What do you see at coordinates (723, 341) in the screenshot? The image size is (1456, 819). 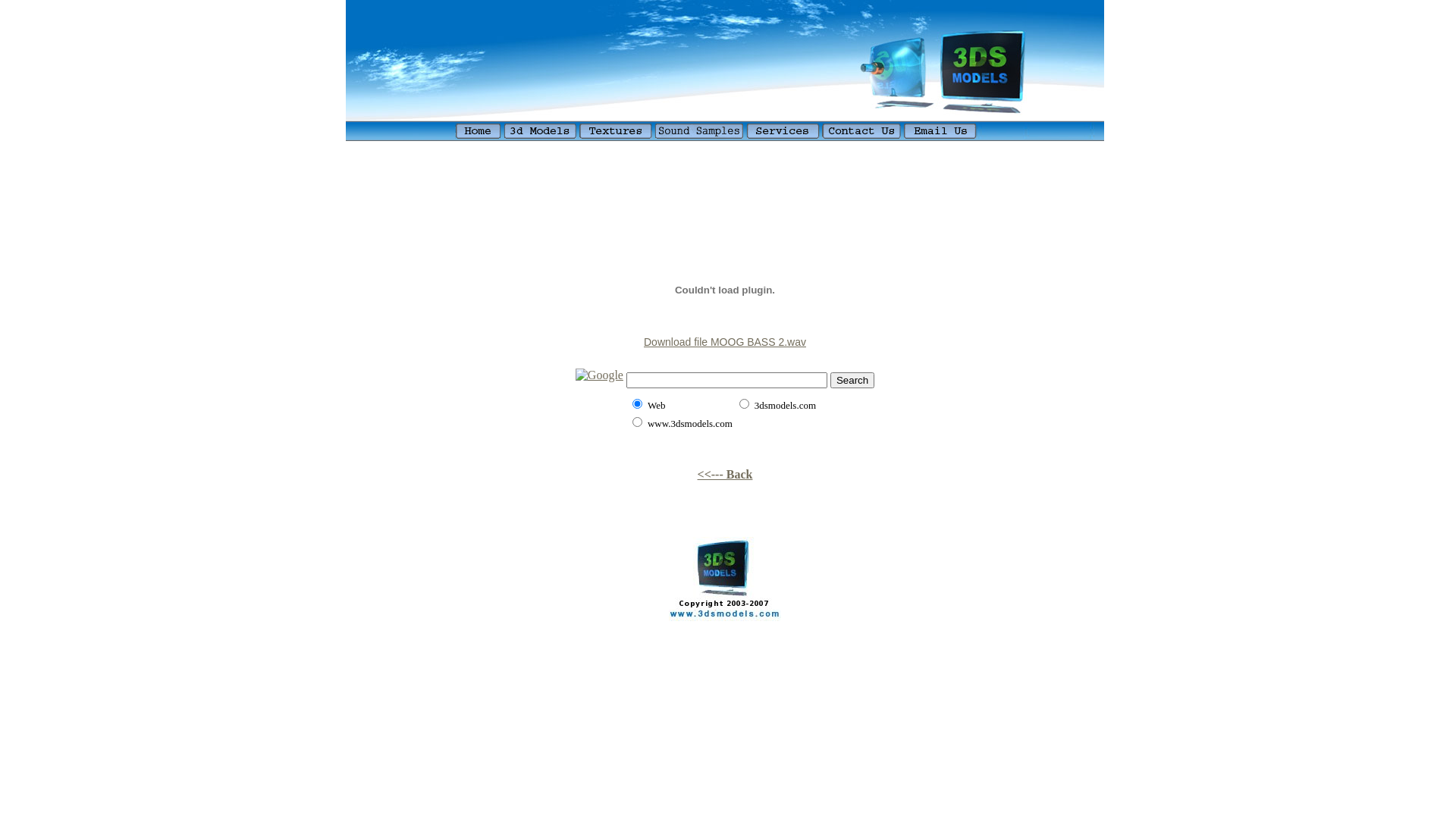 I see `'Download file MOOG BASS 2.wav'` at bounding box center [723, 341].